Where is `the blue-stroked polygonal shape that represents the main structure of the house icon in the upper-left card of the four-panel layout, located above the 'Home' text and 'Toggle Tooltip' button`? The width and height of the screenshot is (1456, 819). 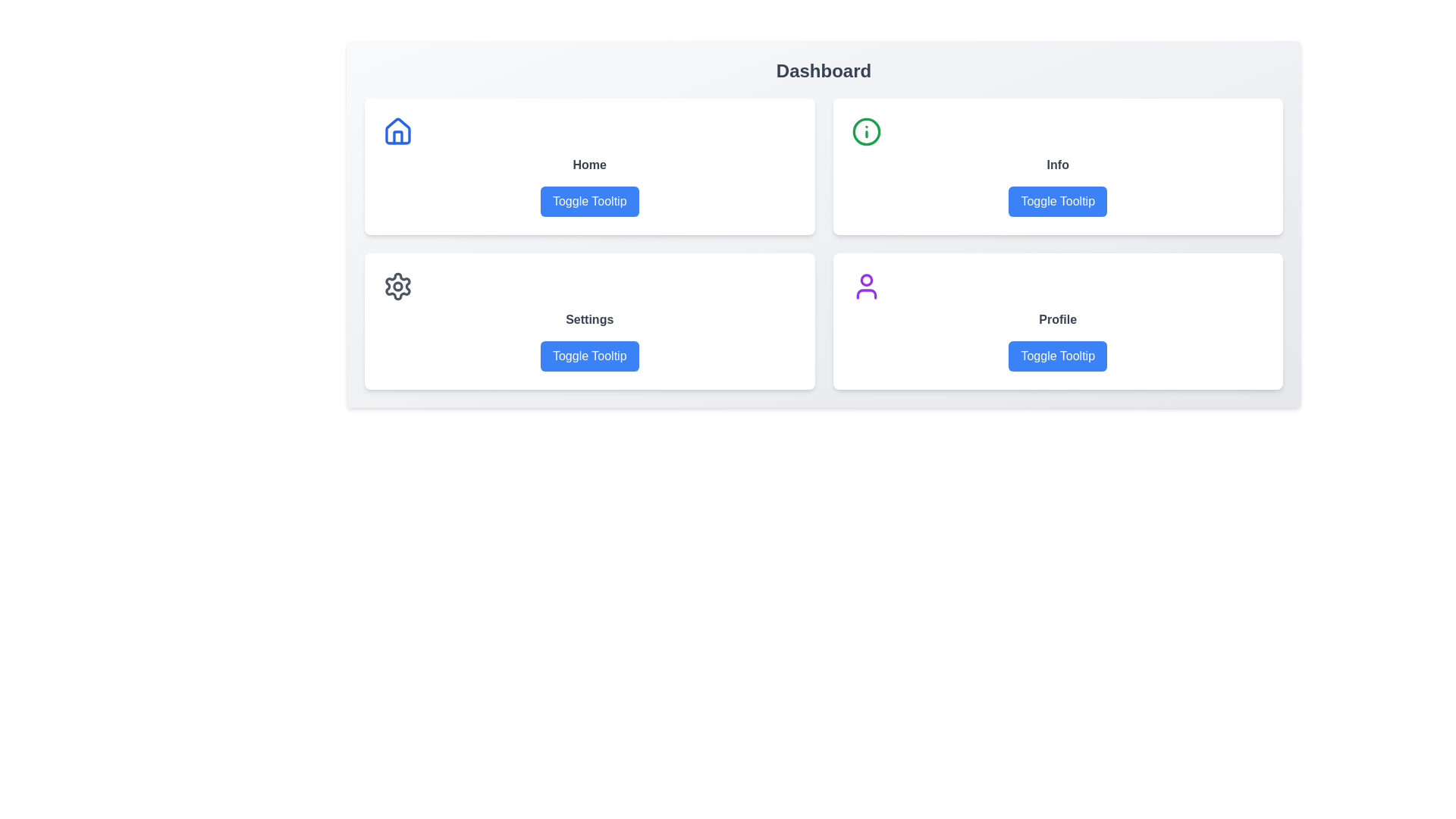
the blue-stroked polygonal shape that represents the main structure of the house icon in the upper-left card of the four-panel layout, located above the 'Home' text and 'Toggle Tooltip' button is located at coordinates (397, 130).